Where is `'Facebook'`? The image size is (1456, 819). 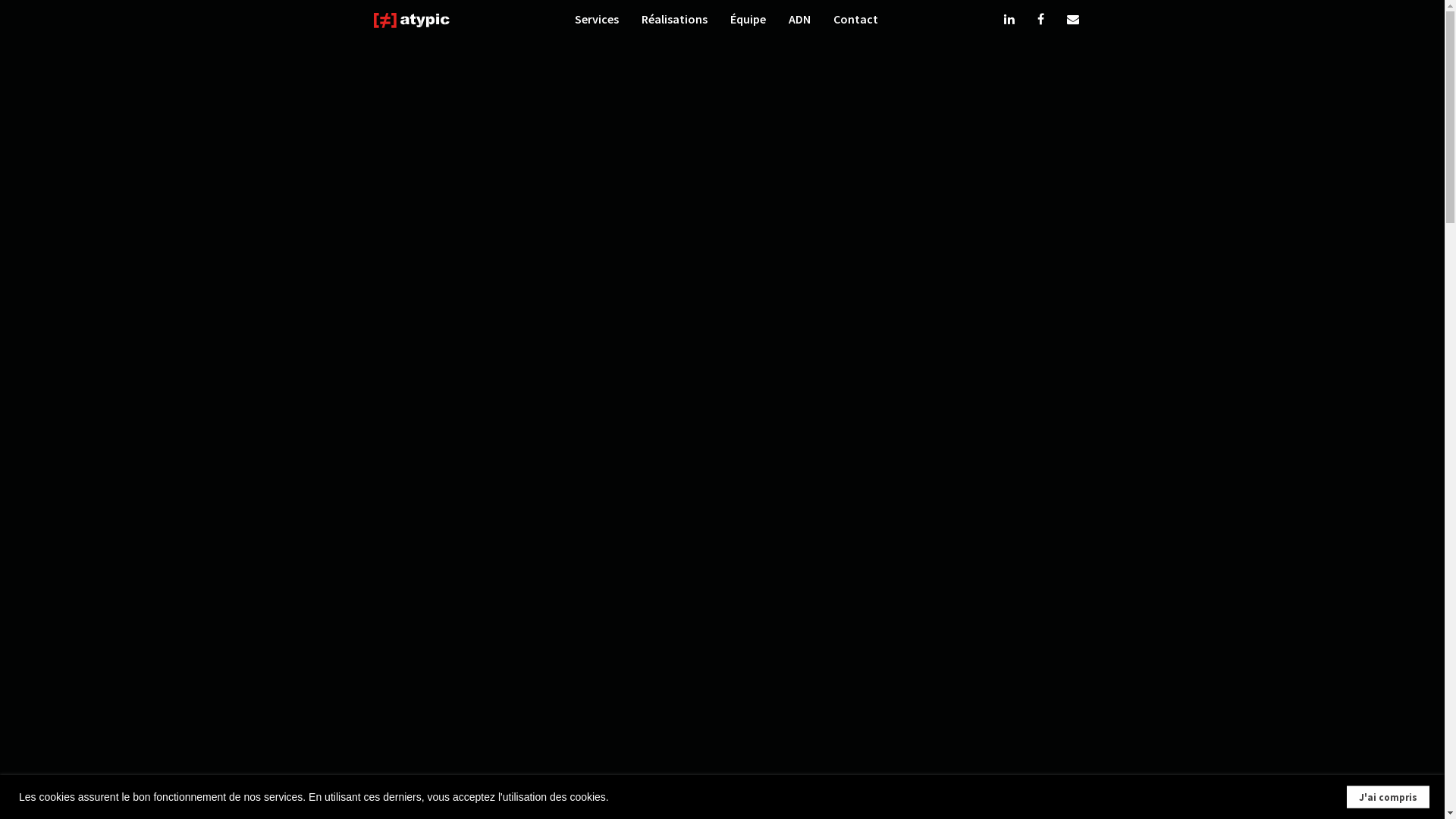
'Facebook' is located at coordinates (1040, 20).